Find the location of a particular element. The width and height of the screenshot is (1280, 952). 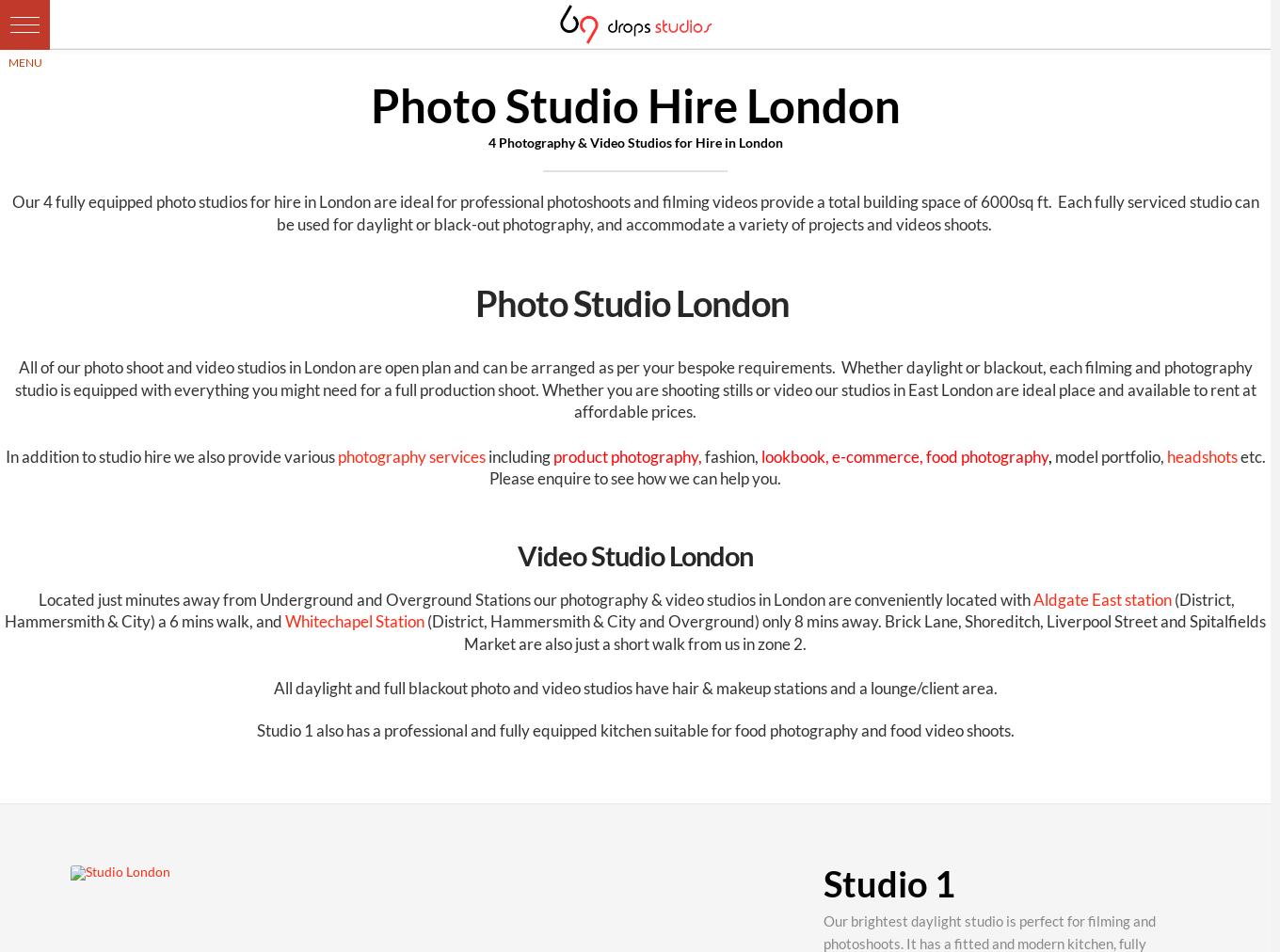

'4 Photography & Video Studios for Hire in London' is located at coordinates (633, 141).